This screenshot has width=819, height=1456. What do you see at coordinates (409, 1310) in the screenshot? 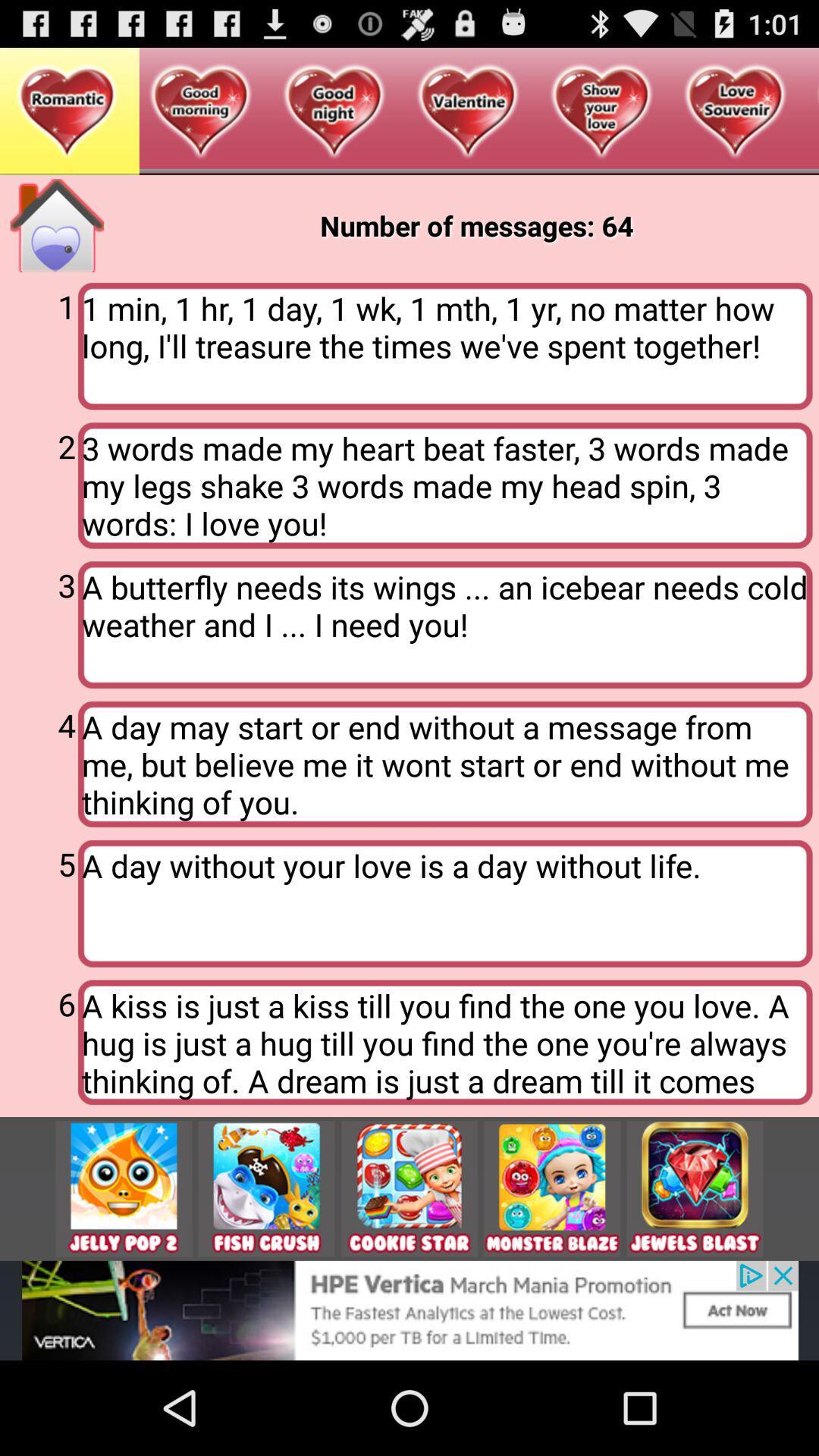
I see `open advertisement` at bounding box center [409, 1310].